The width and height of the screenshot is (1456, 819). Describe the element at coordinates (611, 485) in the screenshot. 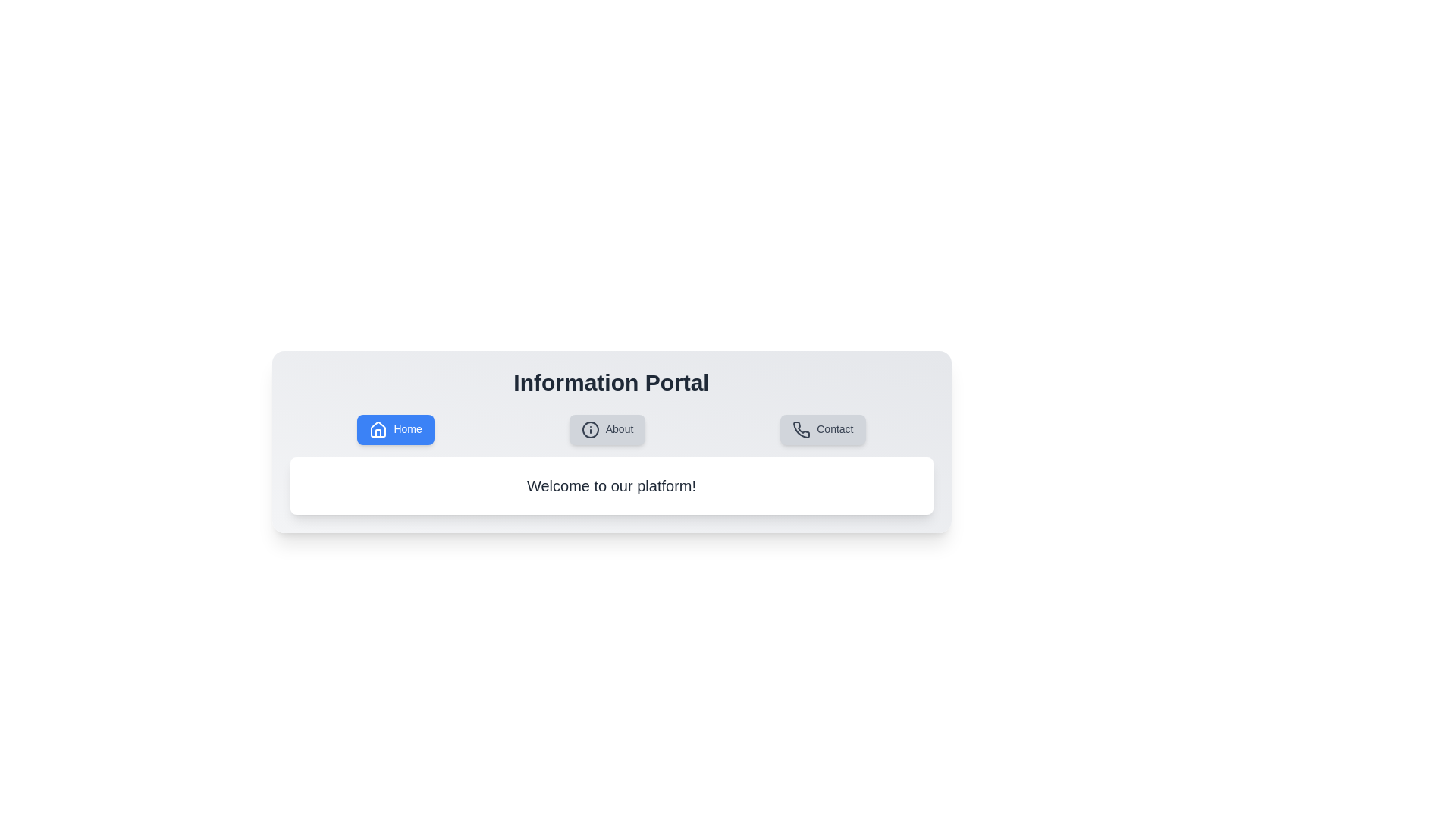

I see `the static text element that reads 'Welcome to our platform!' which is displayed in a large font style and centered alignment with a gray tone, located below the navigation tabs` at that location.